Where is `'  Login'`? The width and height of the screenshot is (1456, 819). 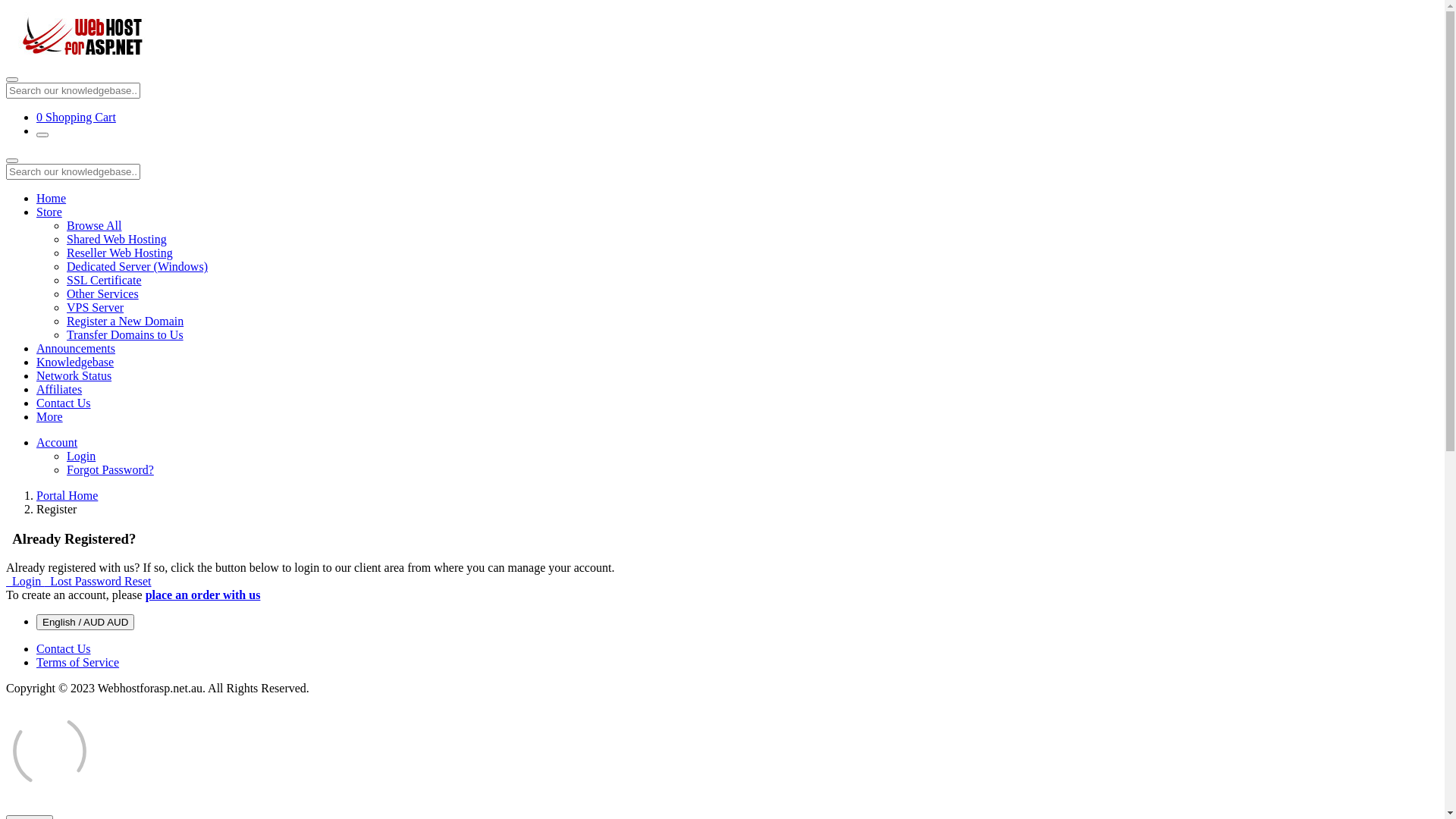 '  Login' is located at coordinates (25, 580).